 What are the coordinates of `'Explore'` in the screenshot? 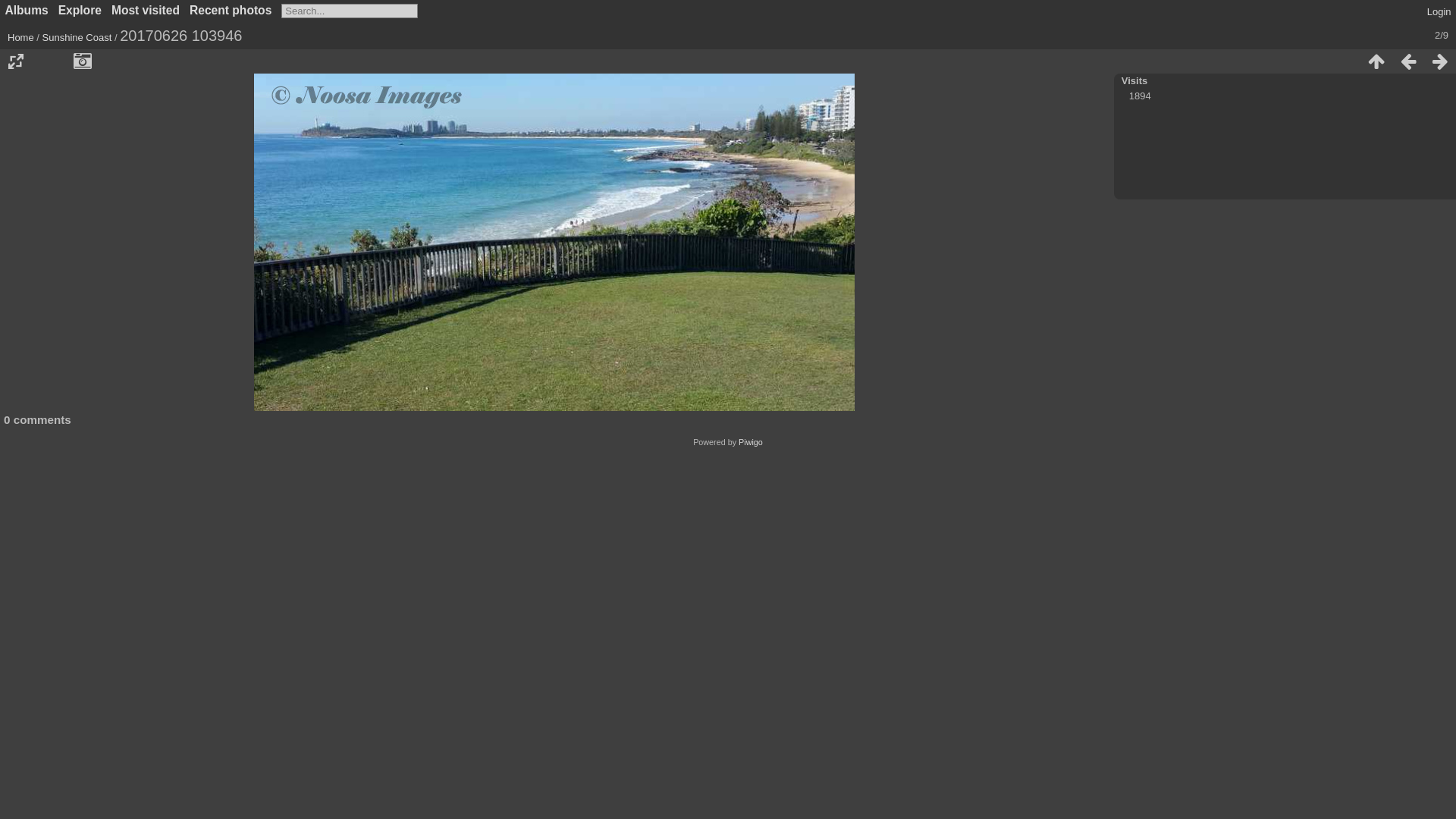 It's located at (79, 10).